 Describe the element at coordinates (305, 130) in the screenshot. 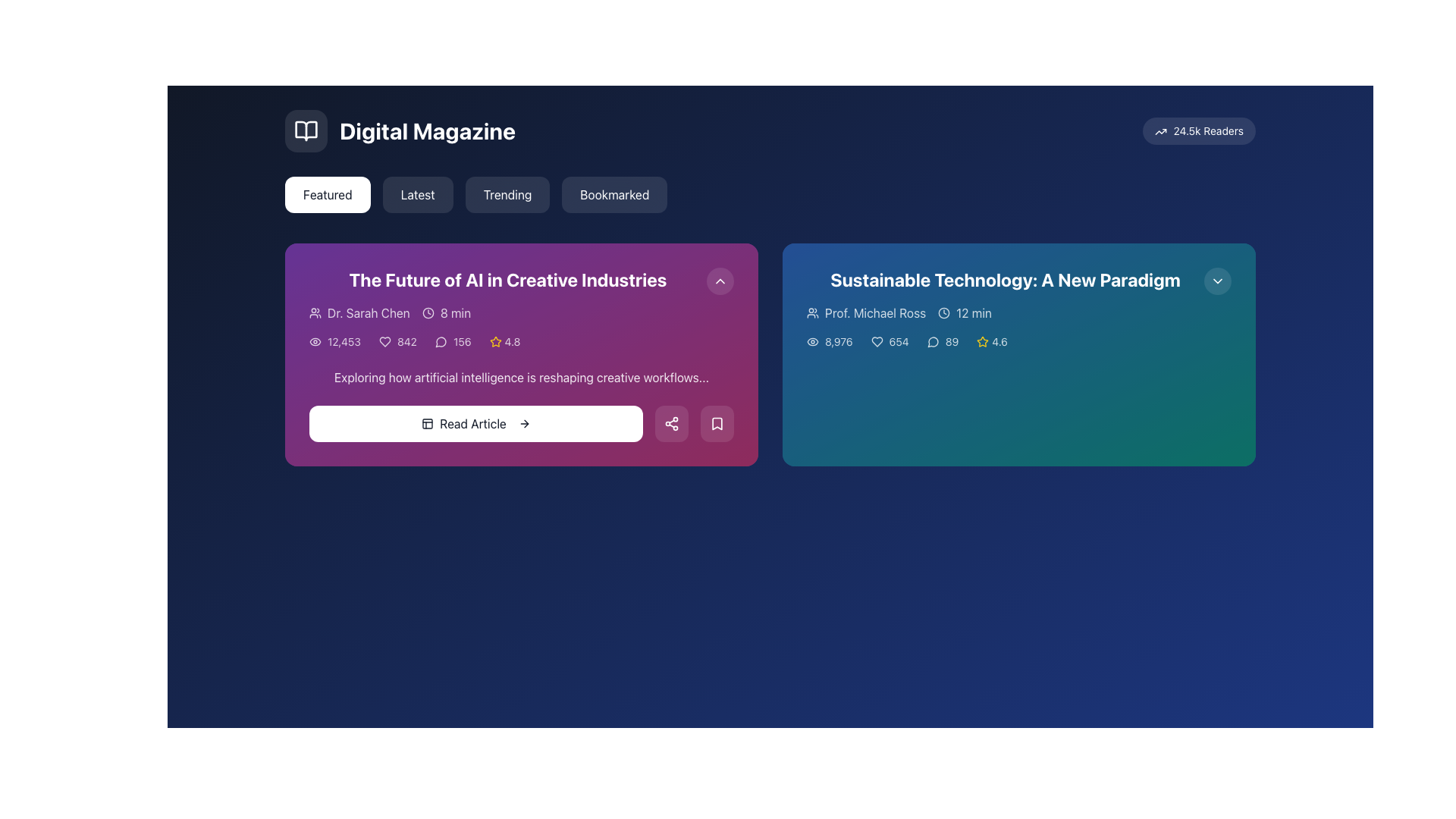

I see `the icon located in the upper-left corner of the interface, adjacent to the 'Digital Magazine' text` at that location.